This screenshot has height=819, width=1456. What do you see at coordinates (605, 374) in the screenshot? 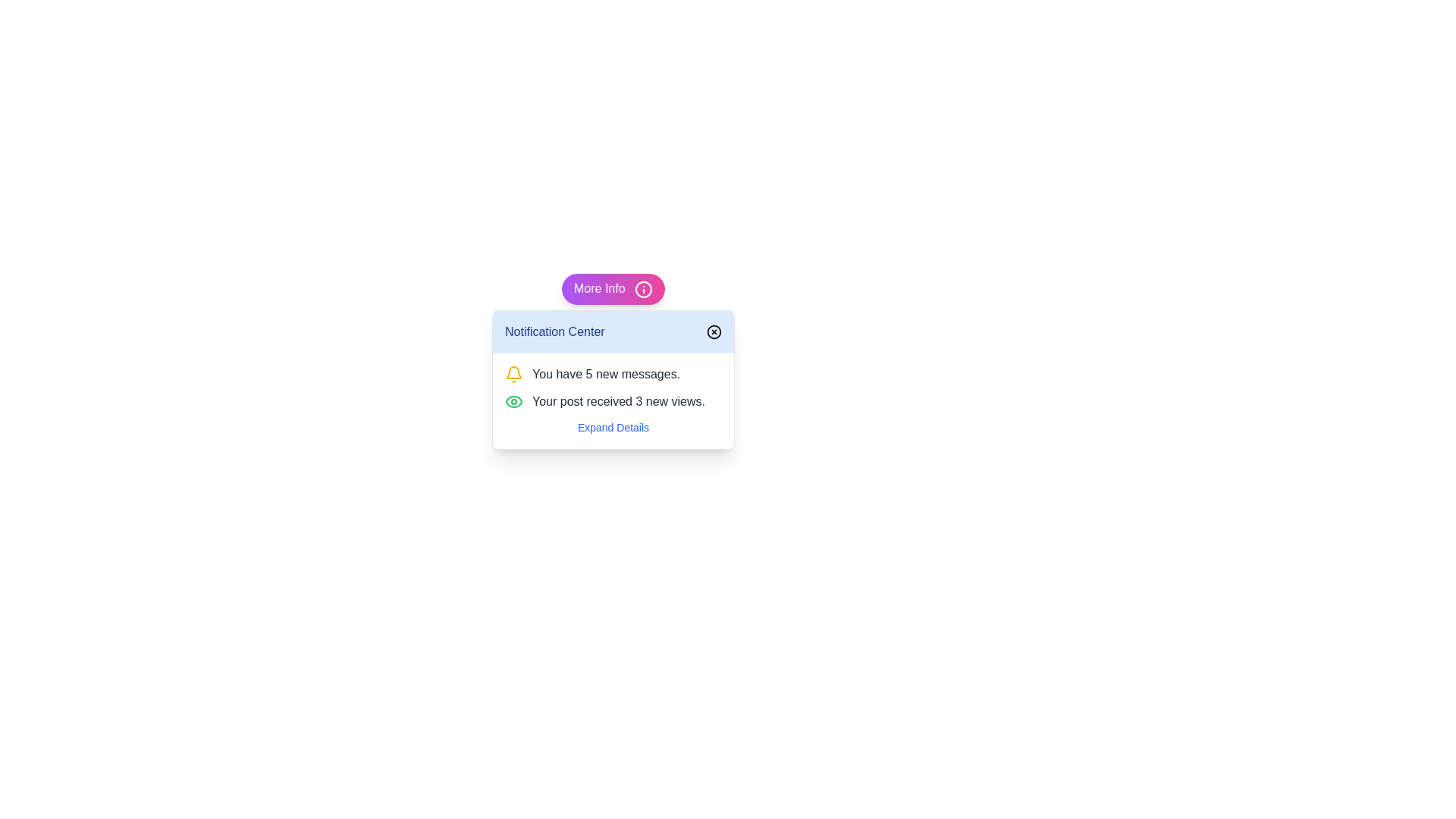
I see `the text label that reads 'You have 5 new messages.' which is styled in dark gray and located next to the yellow bell icon in the Notification Center` at bounding box center [605, 374].